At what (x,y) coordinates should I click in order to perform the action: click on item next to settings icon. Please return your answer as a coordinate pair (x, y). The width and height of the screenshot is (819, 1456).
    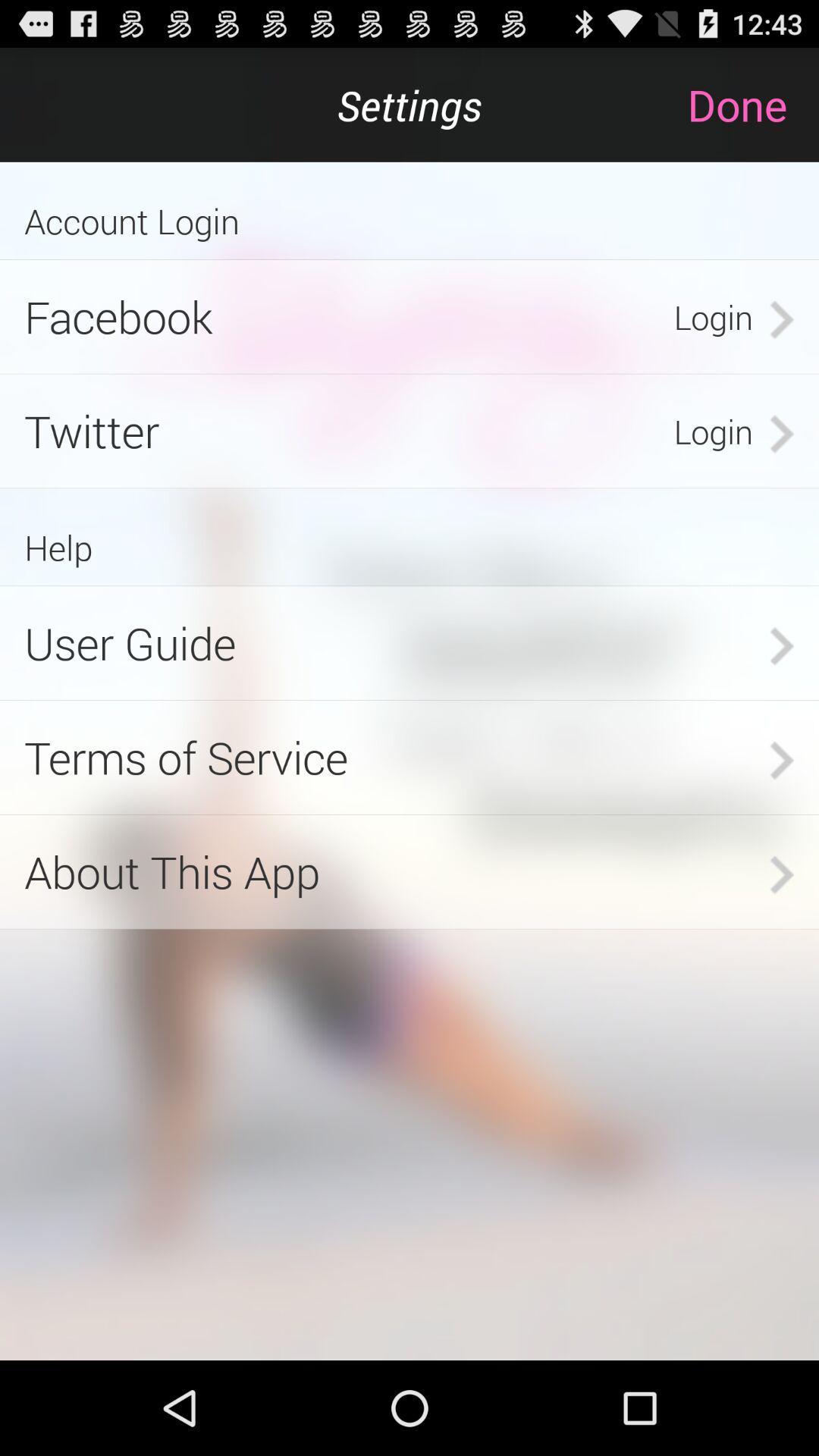
    Looking at the image, I should click on (752, 104).